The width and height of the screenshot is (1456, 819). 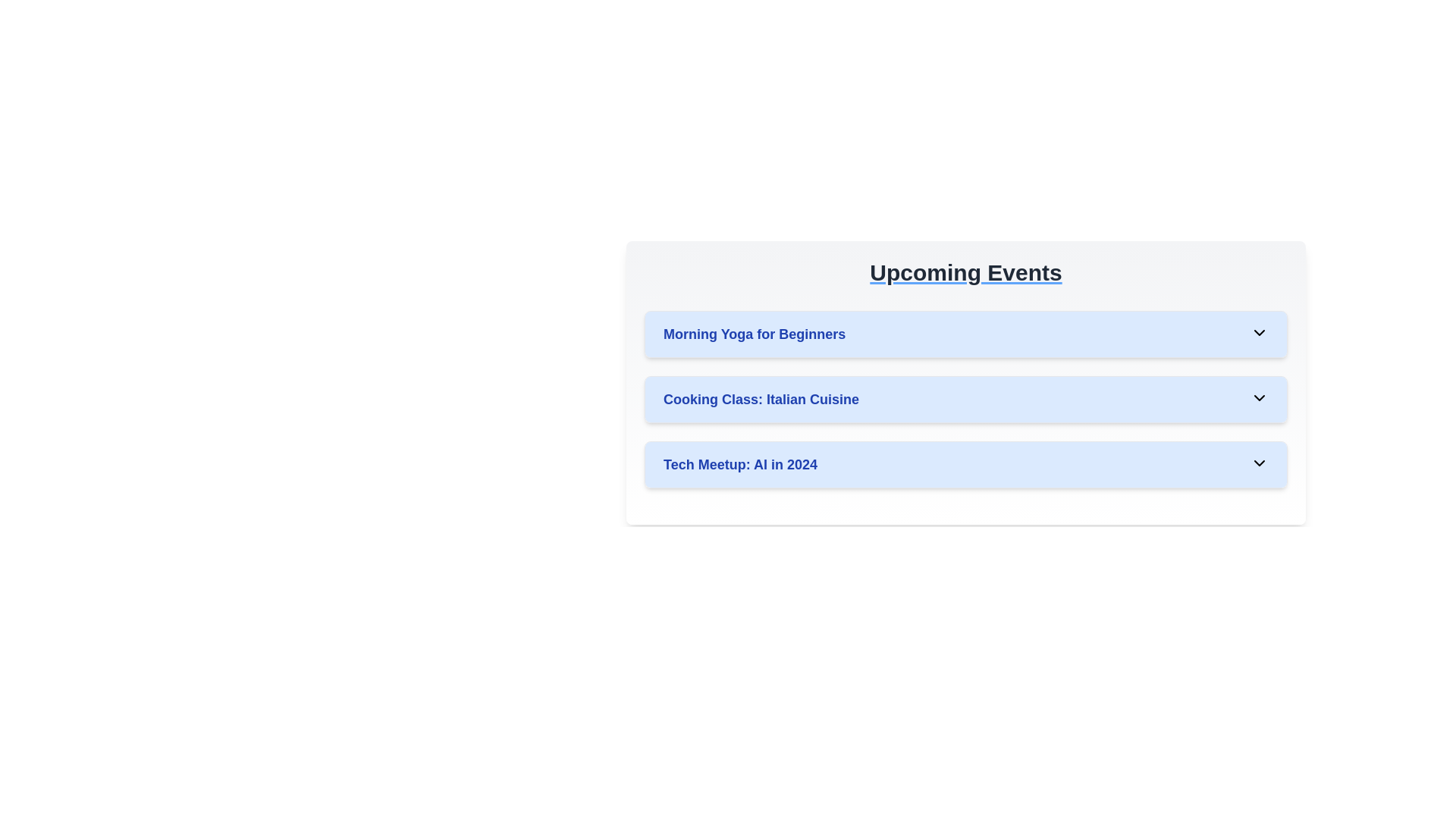 What do you see at coordinates (965, 333) in the screenshot?
I see `the first button in the 'Upcoming Events' section` at bounding box center [965, 333].